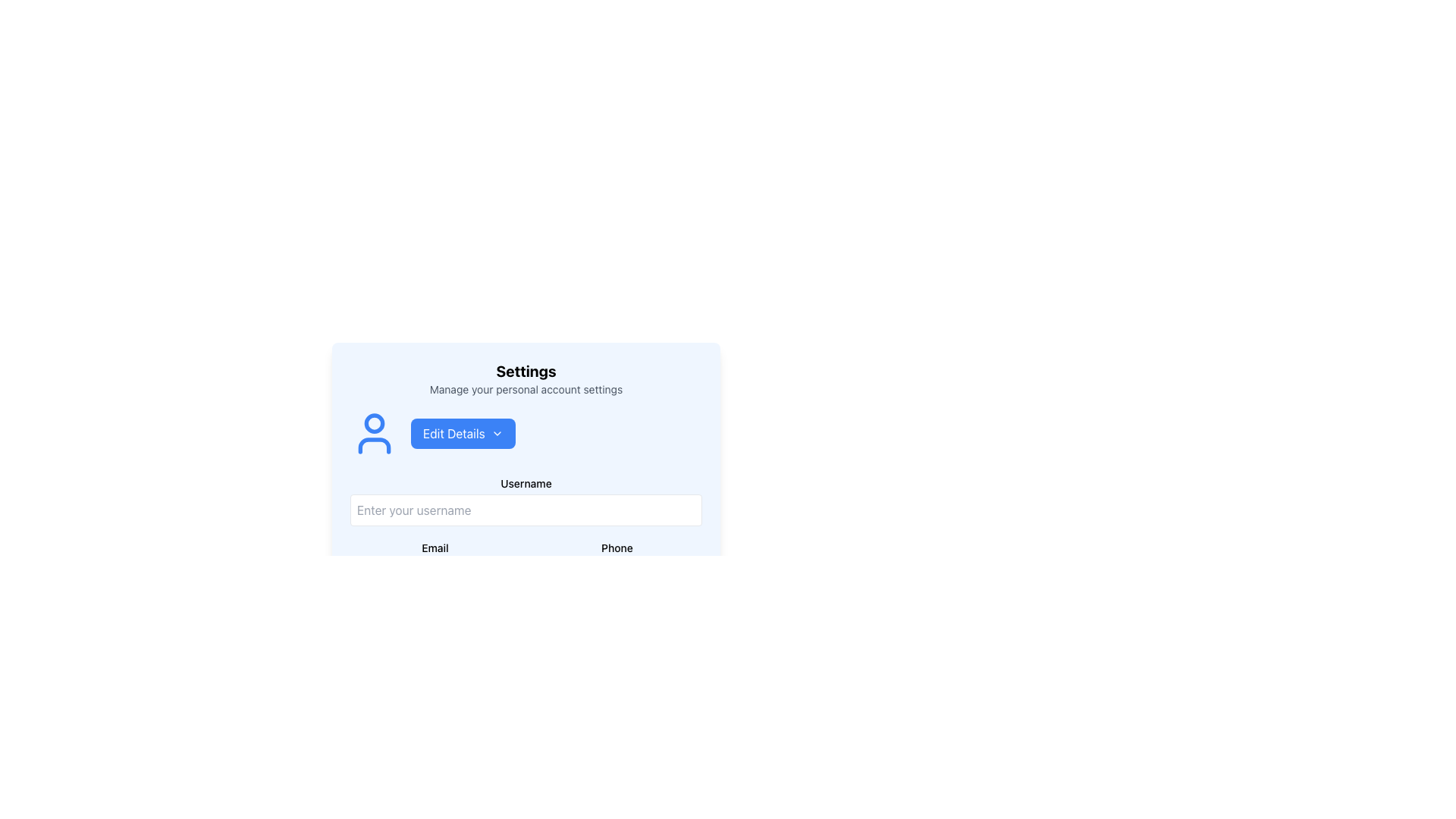  Describe the element at coordinates (462, 433) in the screenshot. I see `the button located on the left side of the settings section, adjacent to the circular user icon` at that location.